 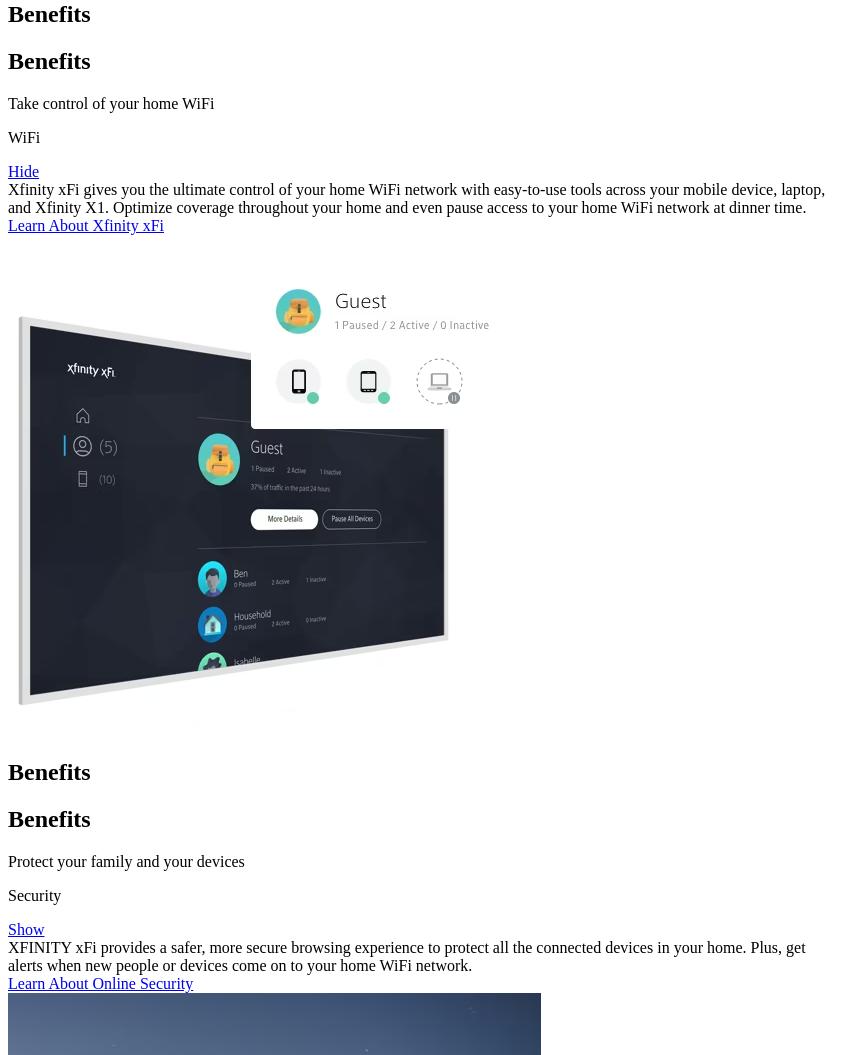 What do you see at coordinates (124, 860) in the screenshot?
I see `'Protect your family and your devices'` at bounding box center [124, 860].